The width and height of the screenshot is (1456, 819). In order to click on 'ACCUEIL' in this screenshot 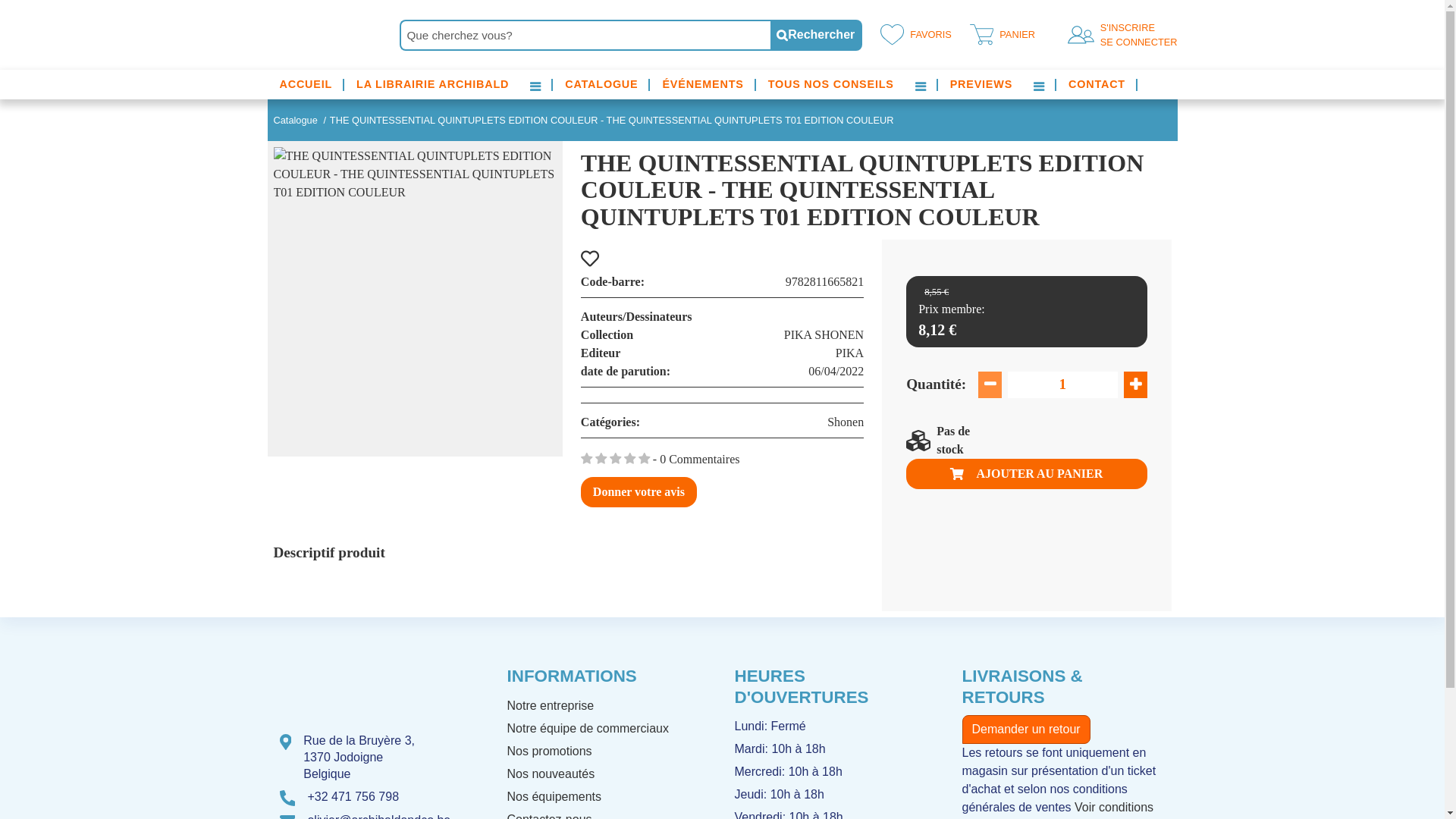, I will do `click(305, 84)`.